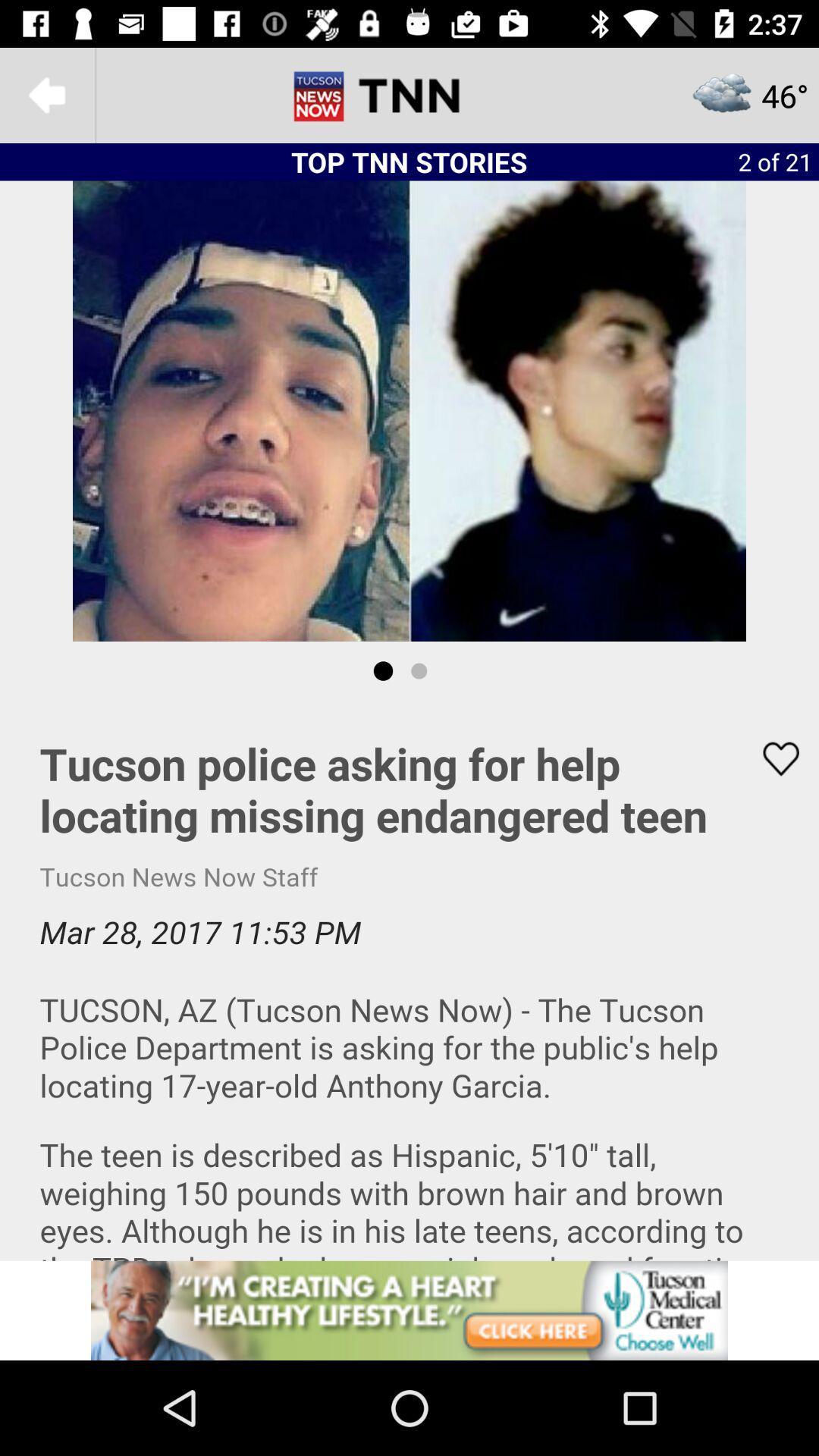 Image resolution: width=819 pixels, height=1456 pixels. Describe the element at coordinates (409, 981) in the screenshot. I see `open story` at that location.